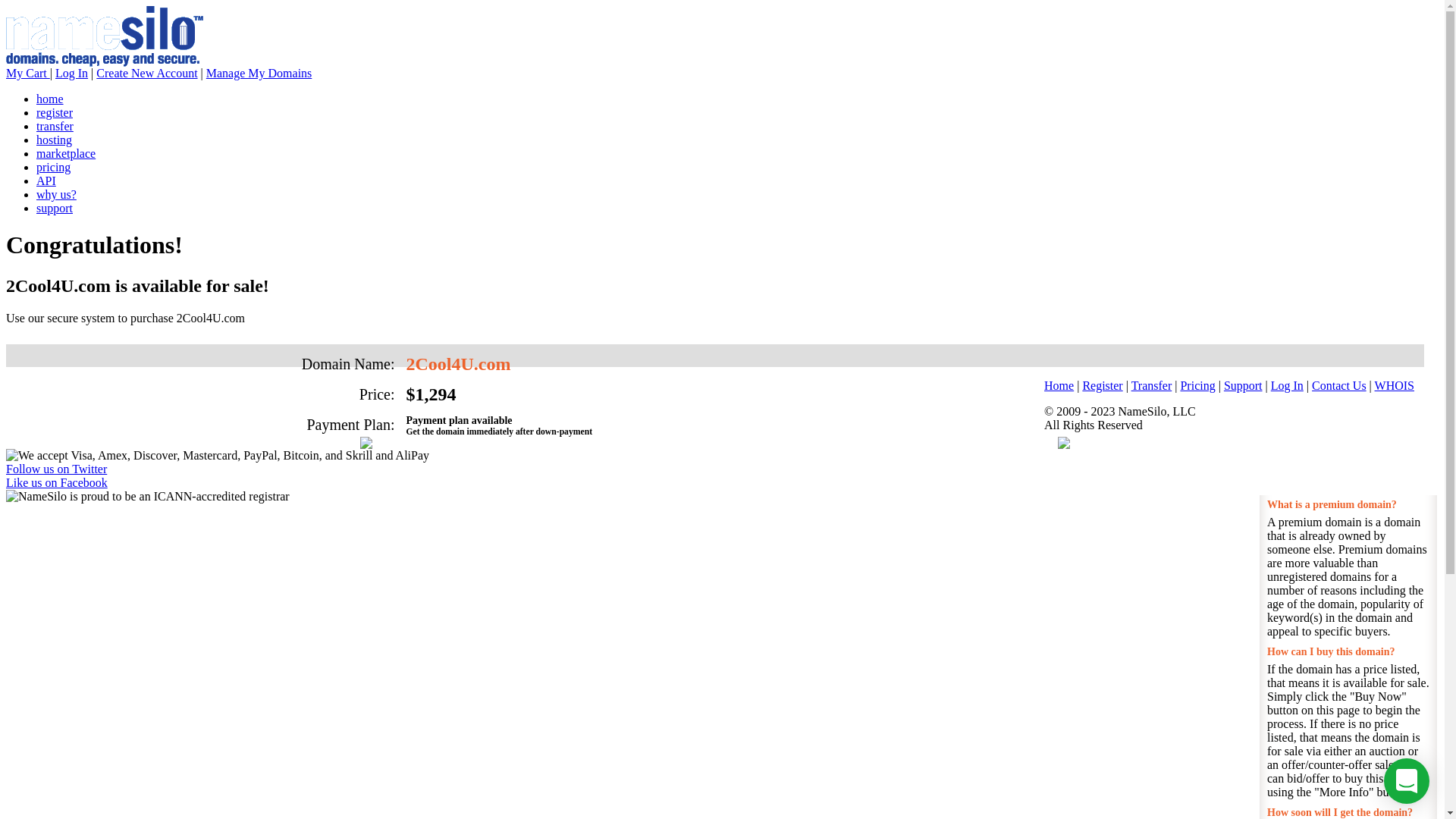 The image size is (1456, 819). What do you see at coordinates (64, 153) in the screenshot?
I see `'marketplace'` at bounding box center [64, 153].